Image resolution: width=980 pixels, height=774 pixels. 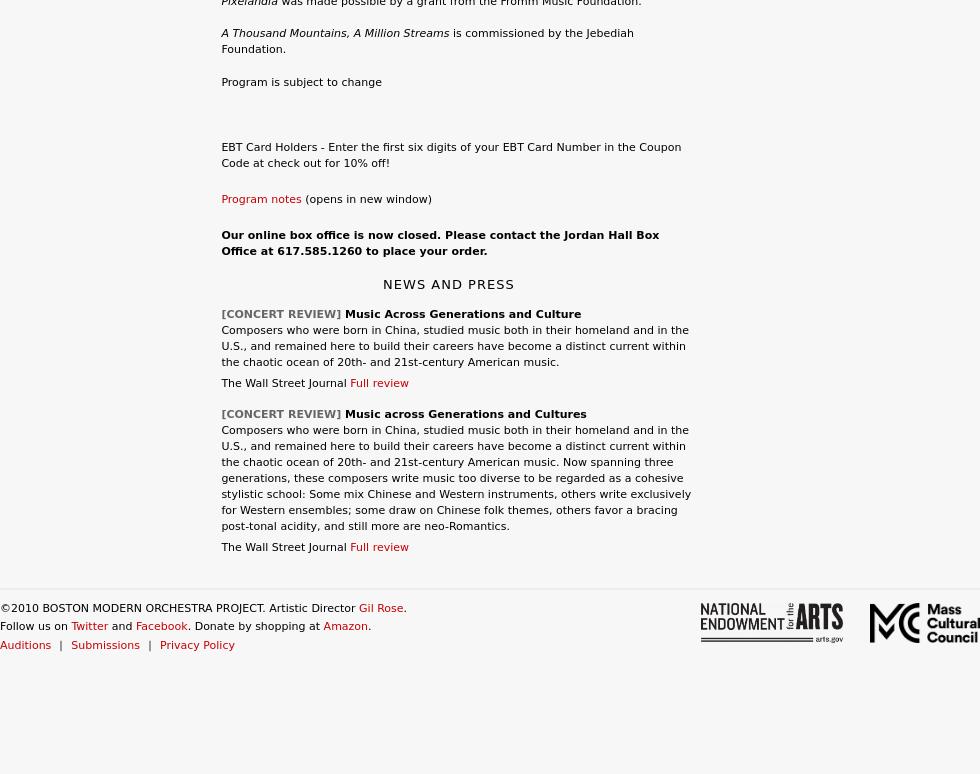 What do you see at coordinates (105, 644) in the screenshot?
I see `'Submissions'` at bounding box center [105, 644].